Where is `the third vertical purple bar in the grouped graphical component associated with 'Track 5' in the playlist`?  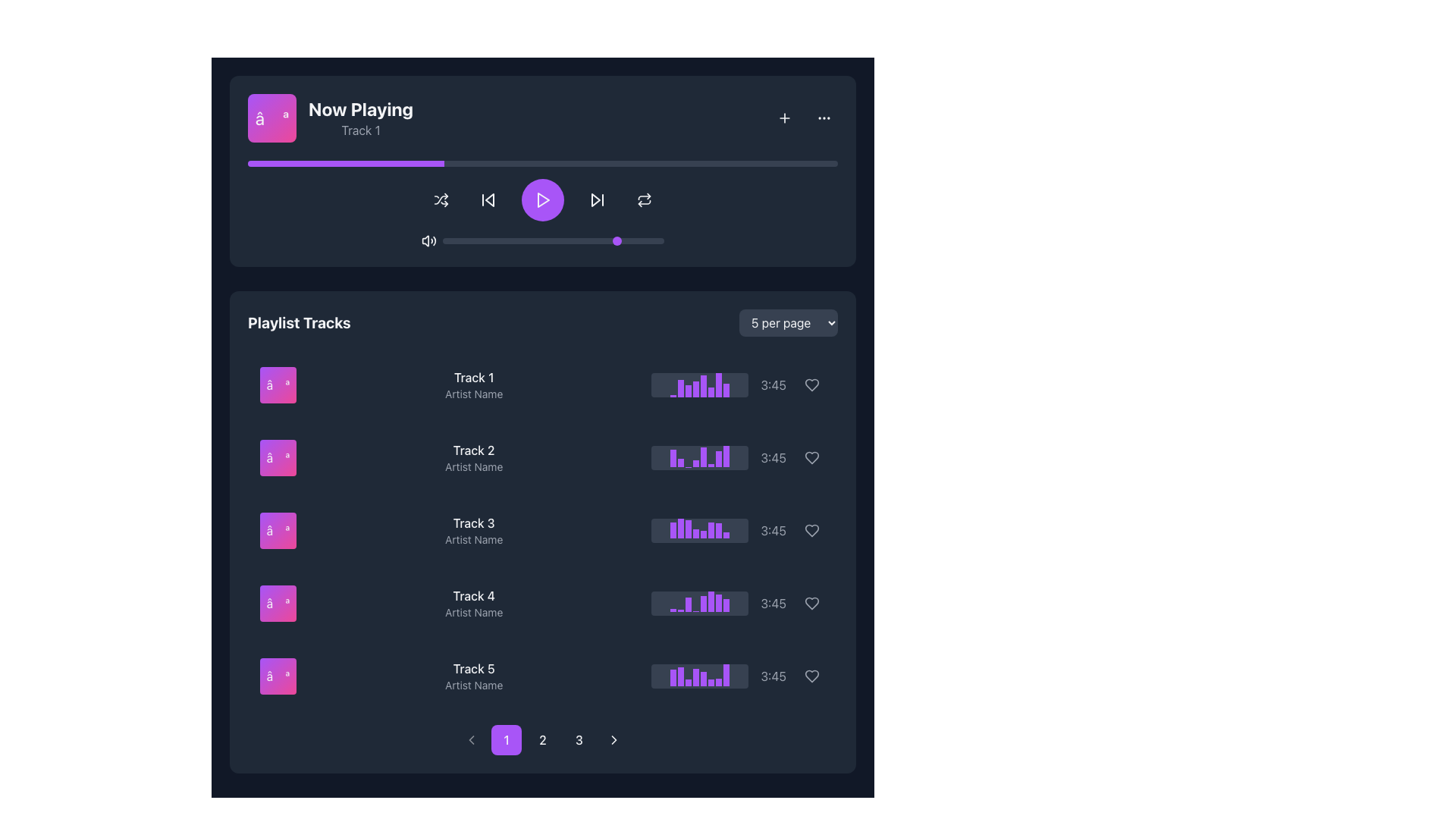
the third vertical purple bar in the grouped graphical component associated with 'Track 5' in the playlist is located at coordinates (688, 682).